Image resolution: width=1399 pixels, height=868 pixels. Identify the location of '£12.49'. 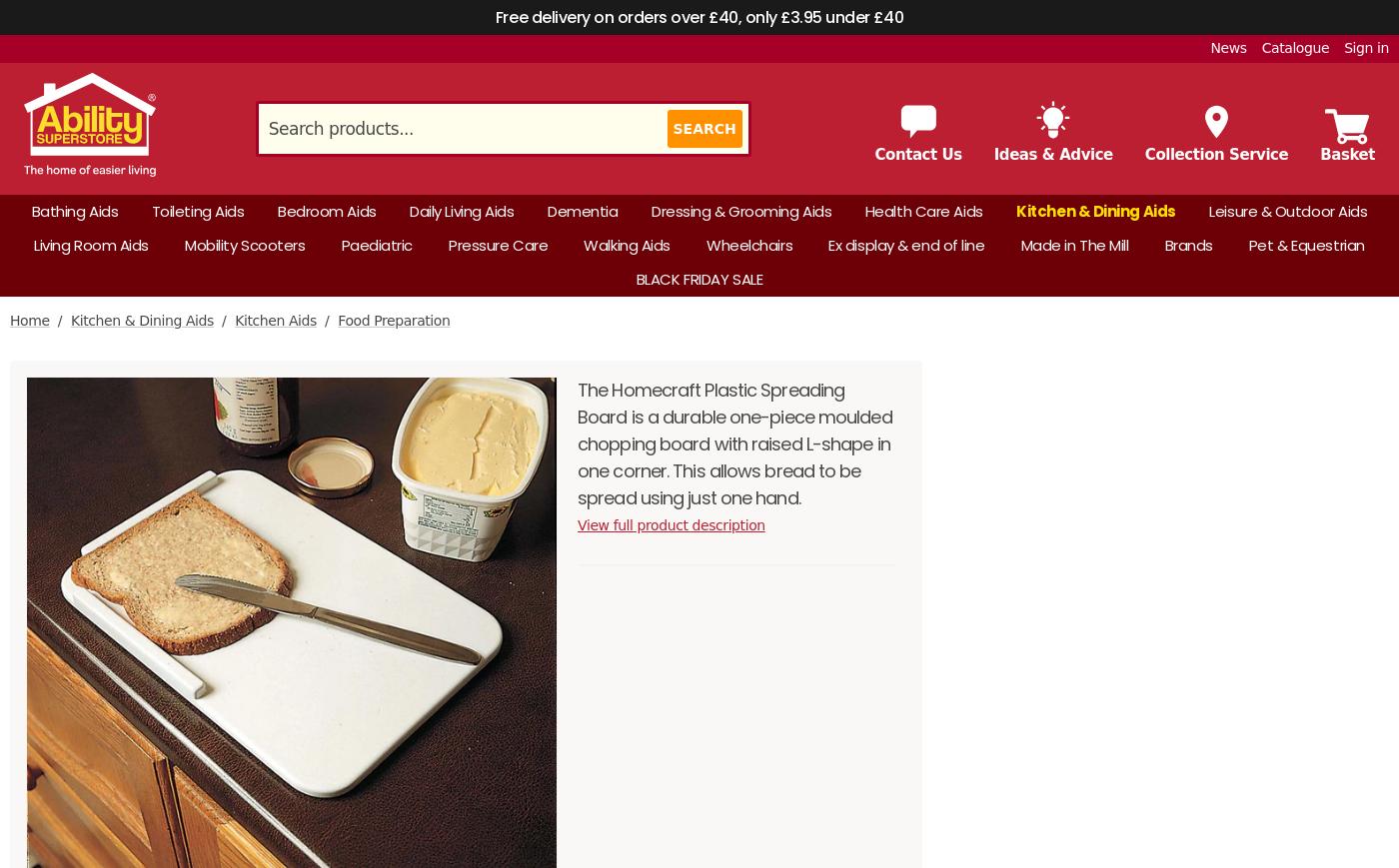
(1189, 254).